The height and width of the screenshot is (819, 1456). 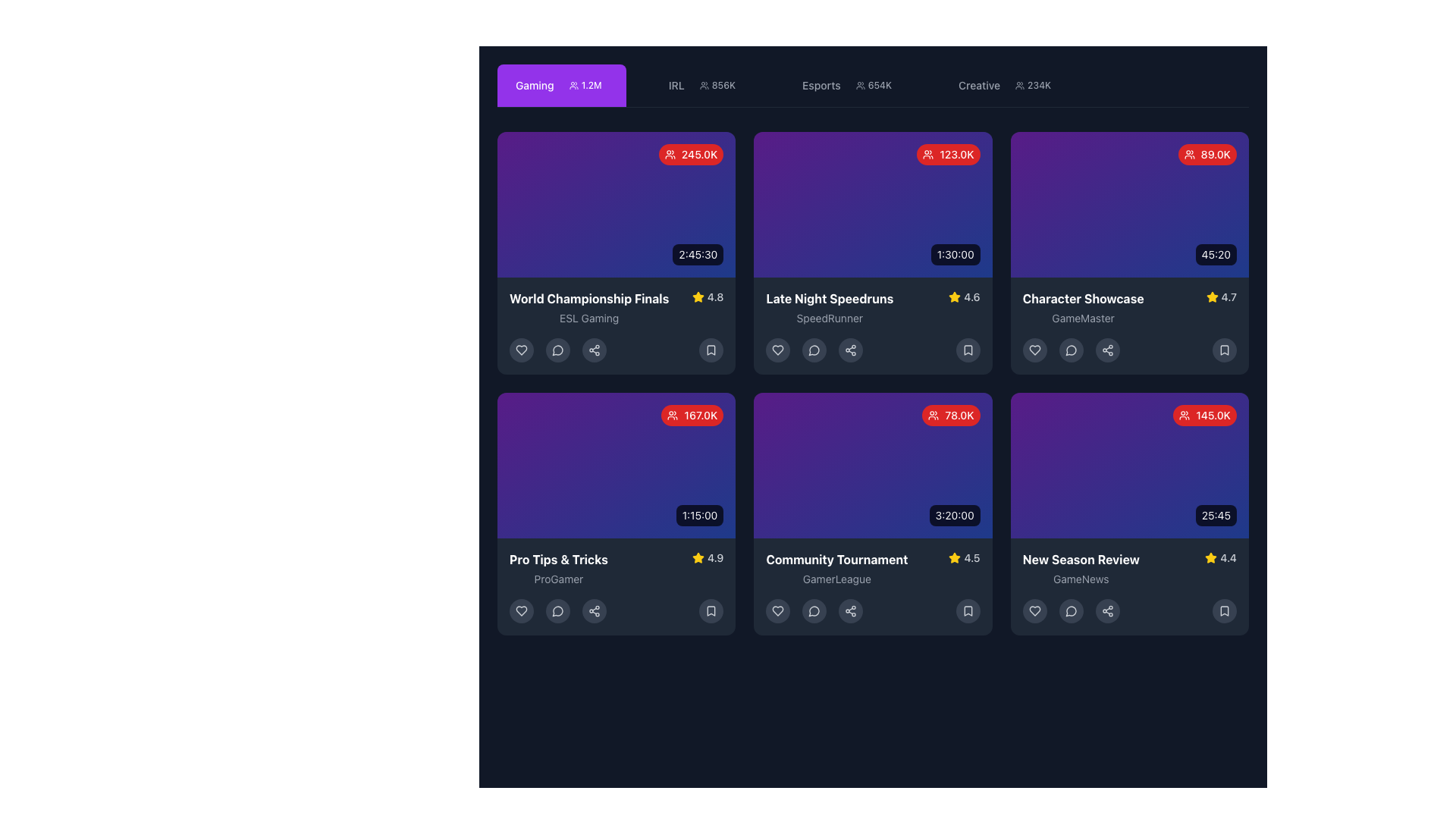 What do you see at coordinates (588, 318) in the screenshot?
I see `text content of the Text Label located at the bottom section of the 'World Championship Finals' card, positioned below the title text and above the interaction icons` at bounding box center [588, 318].